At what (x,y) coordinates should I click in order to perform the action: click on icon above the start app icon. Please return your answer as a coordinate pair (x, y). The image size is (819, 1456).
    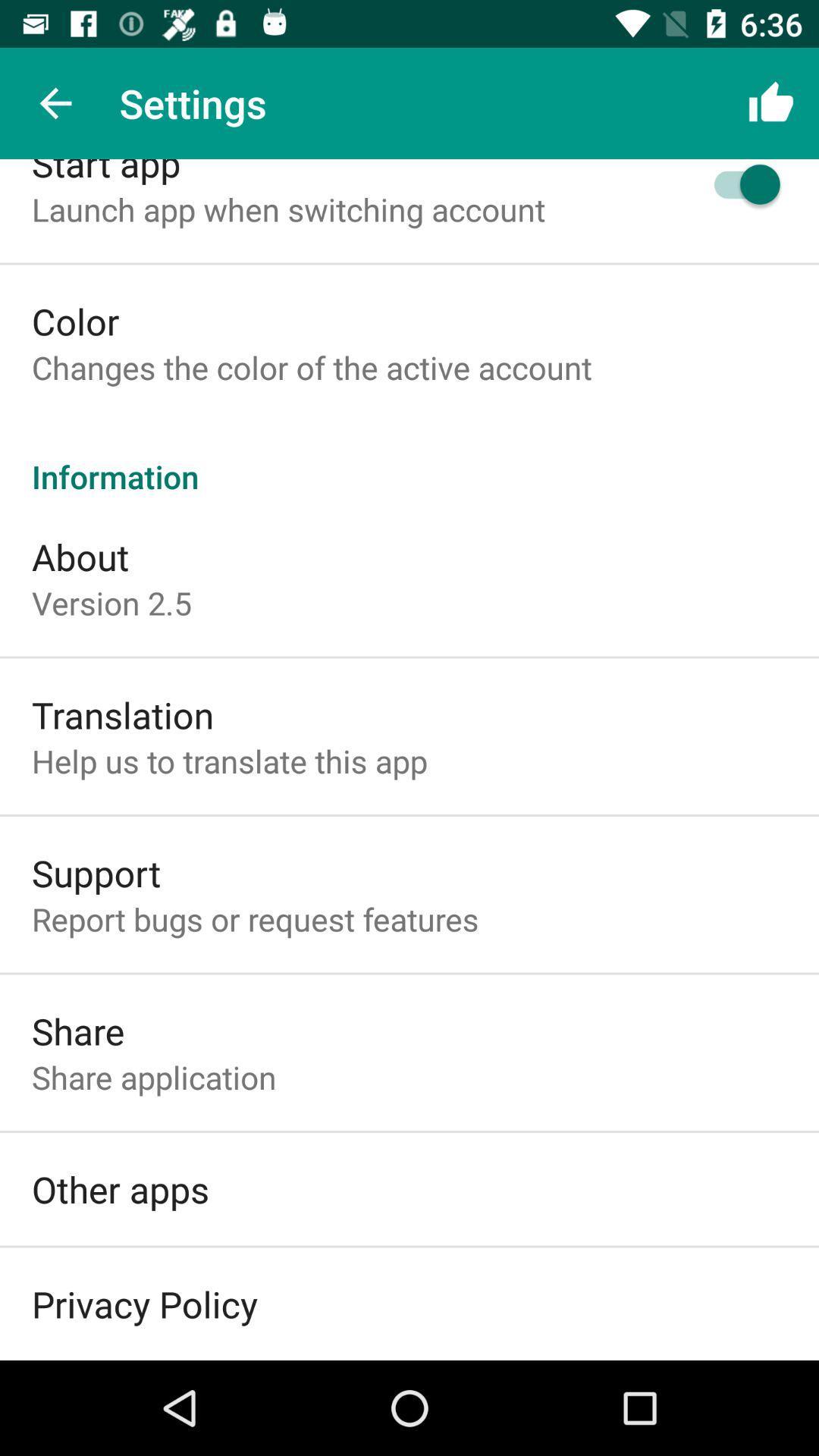
    Looking at the image, I should click on (55, 102).